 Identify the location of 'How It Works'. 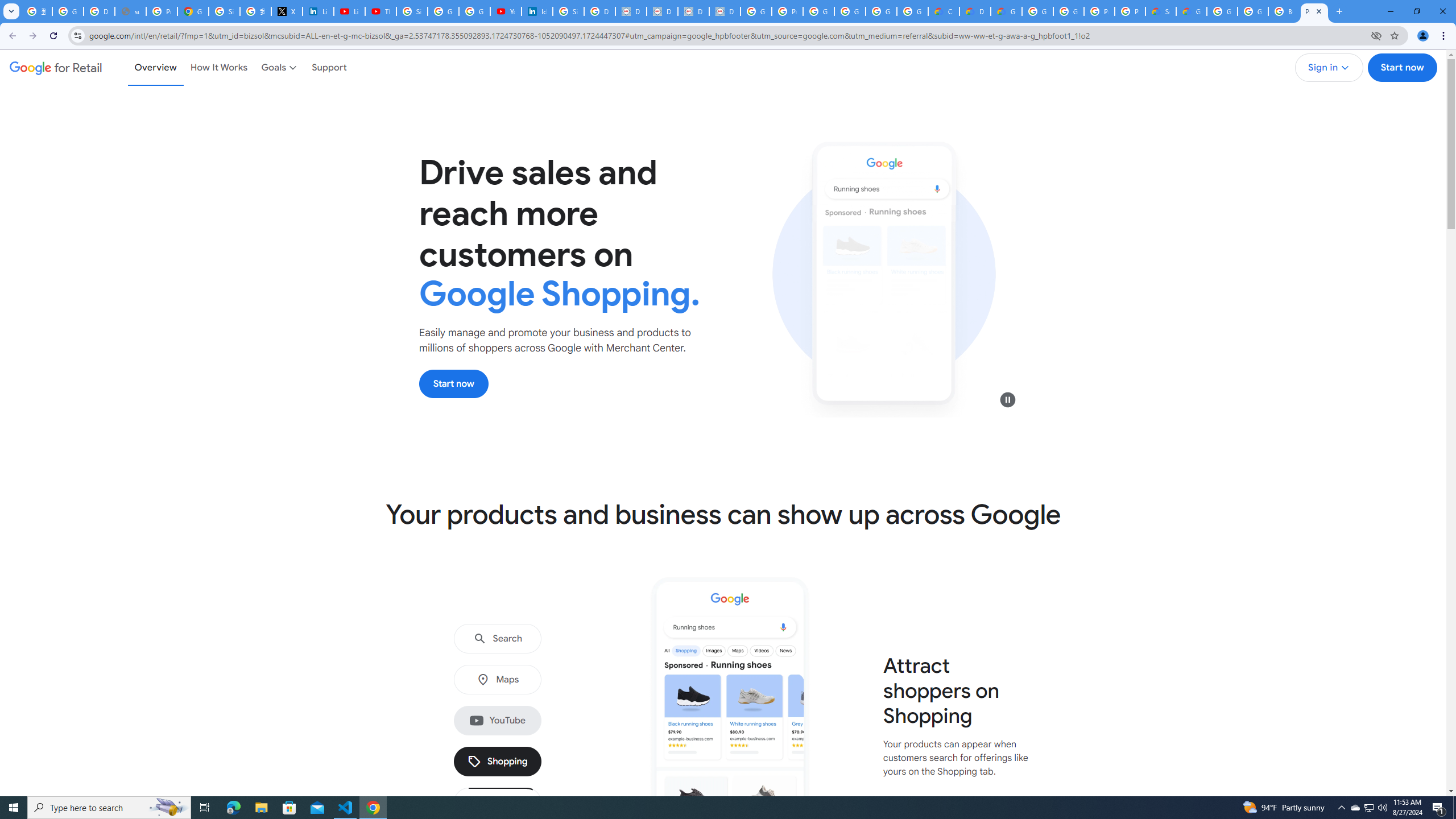
(218, 67).